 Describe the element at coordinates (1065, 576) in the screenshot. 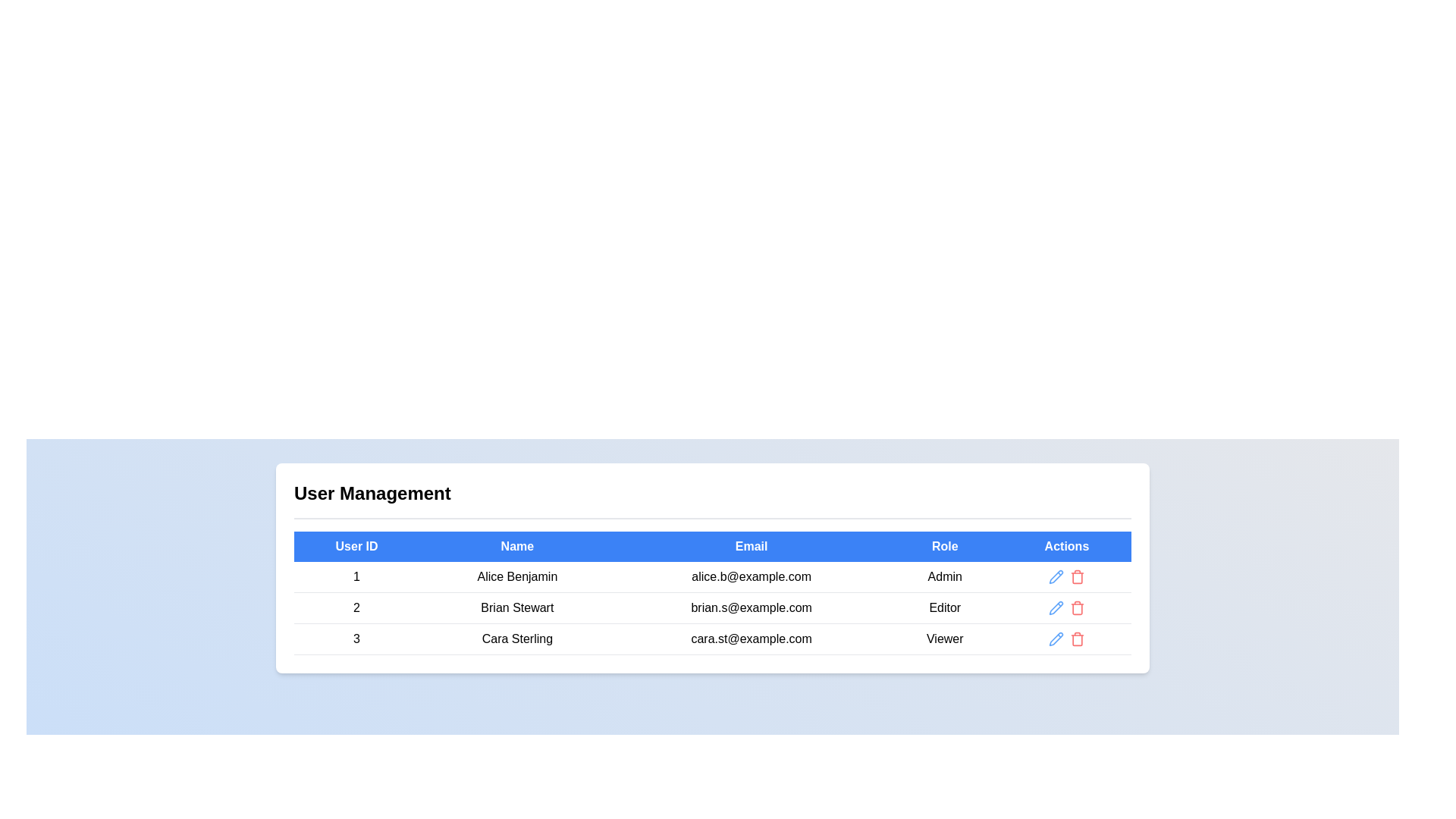

I see `the red 'Delete' button icon in the interactive control group located in the 'Actions' column for the first user row in the table` at that location.